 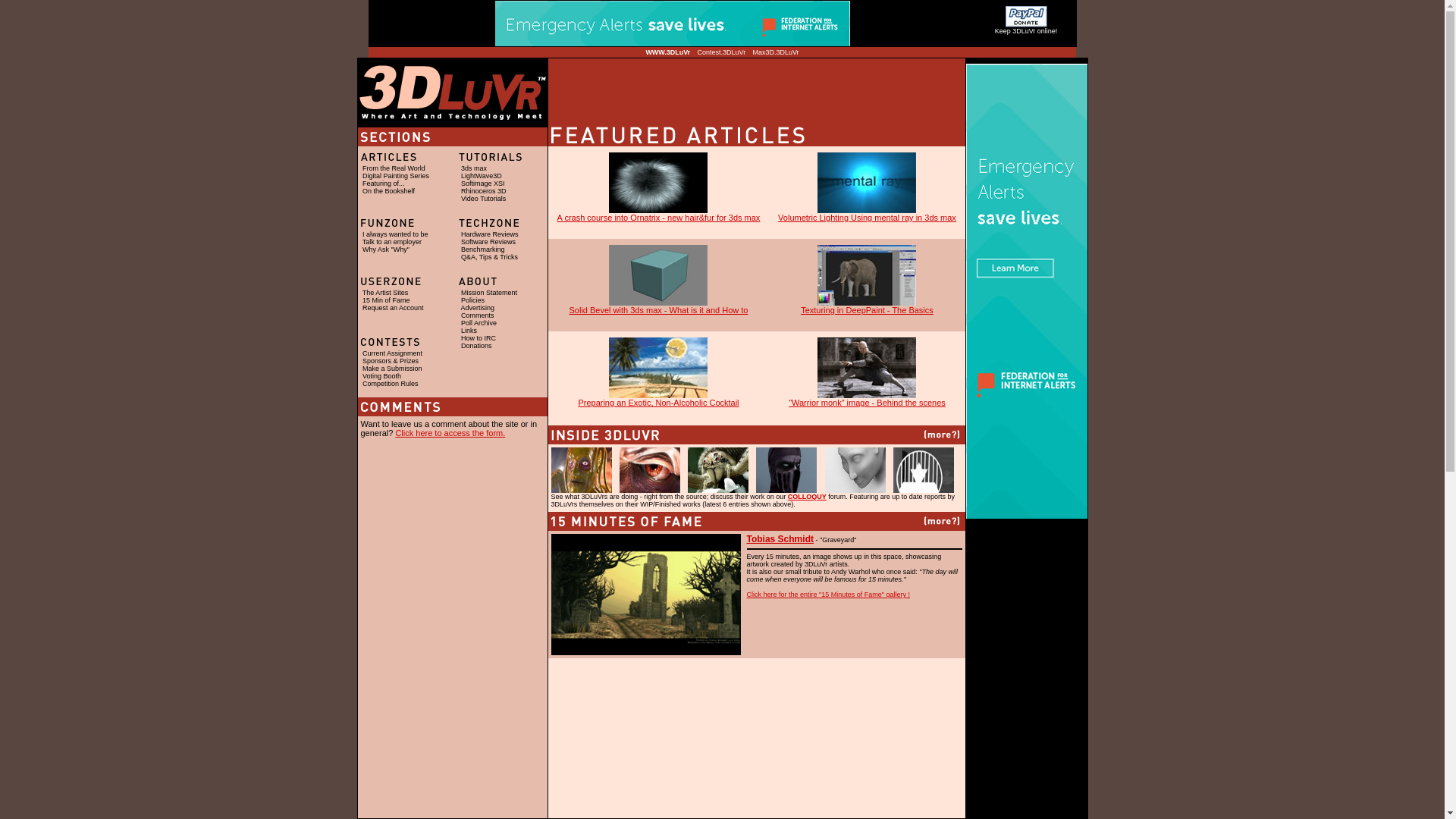 What do you see at coordinates (395, 234) in the screenshot?
I see `'I always wanted to be'` at bounding box center [395, 234].